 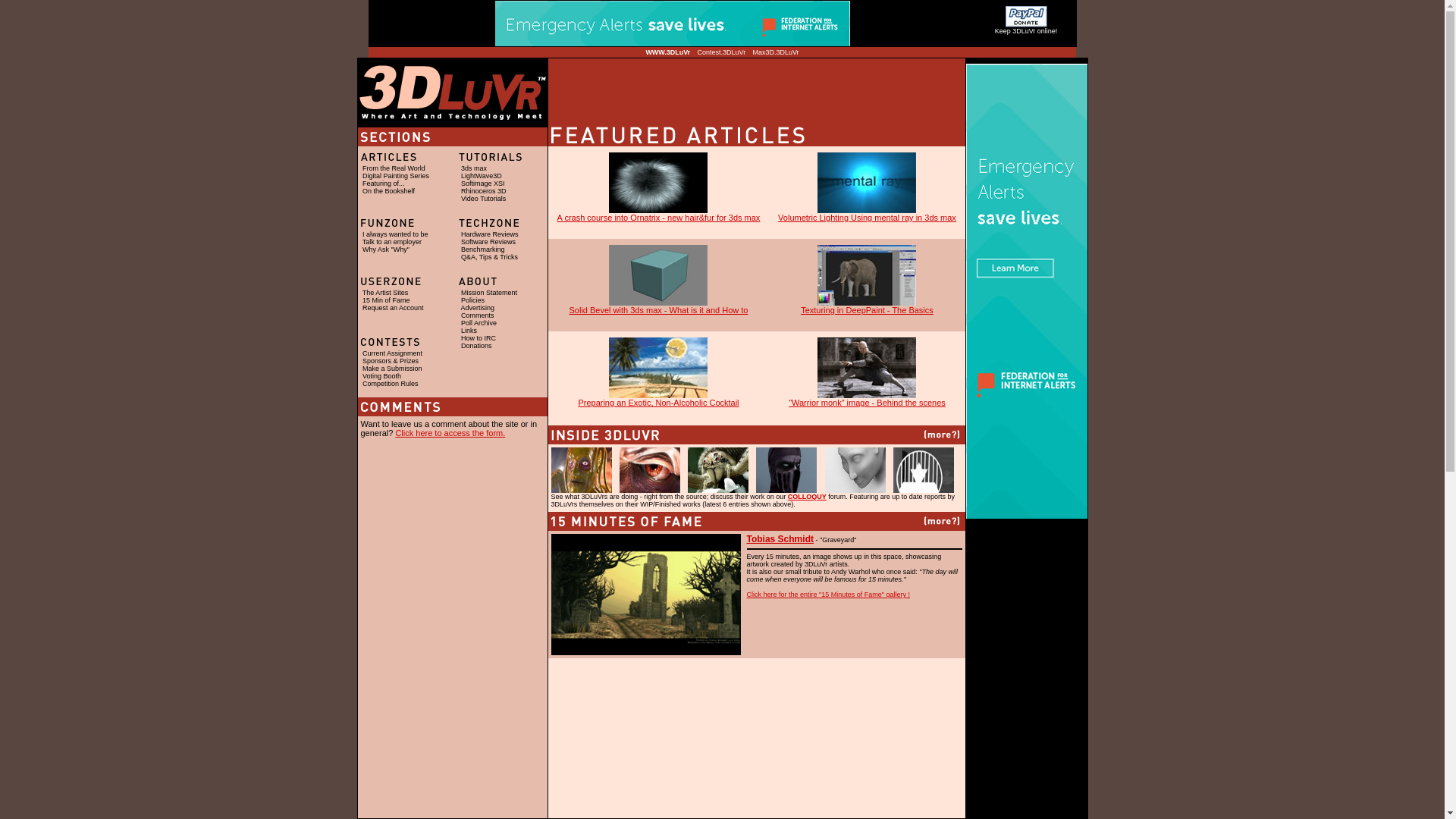 What do you see at coordinates (395, 234) in the screenshot?
I see `'I always wanted to be'` at bounding box center [395, 234].